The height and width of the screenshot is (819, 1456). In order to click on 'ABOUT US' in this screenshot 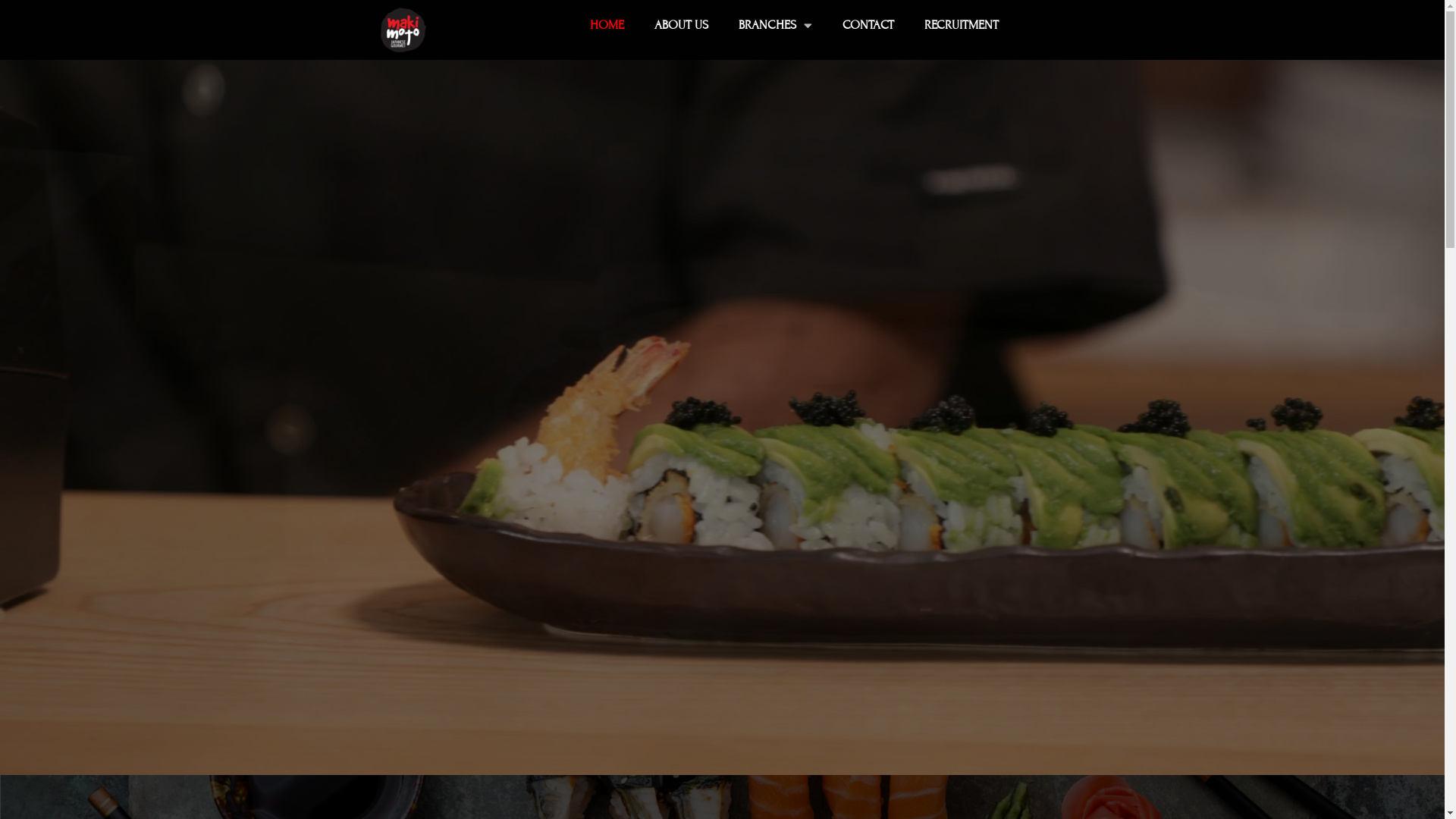, I will do `click(680, 25)`.